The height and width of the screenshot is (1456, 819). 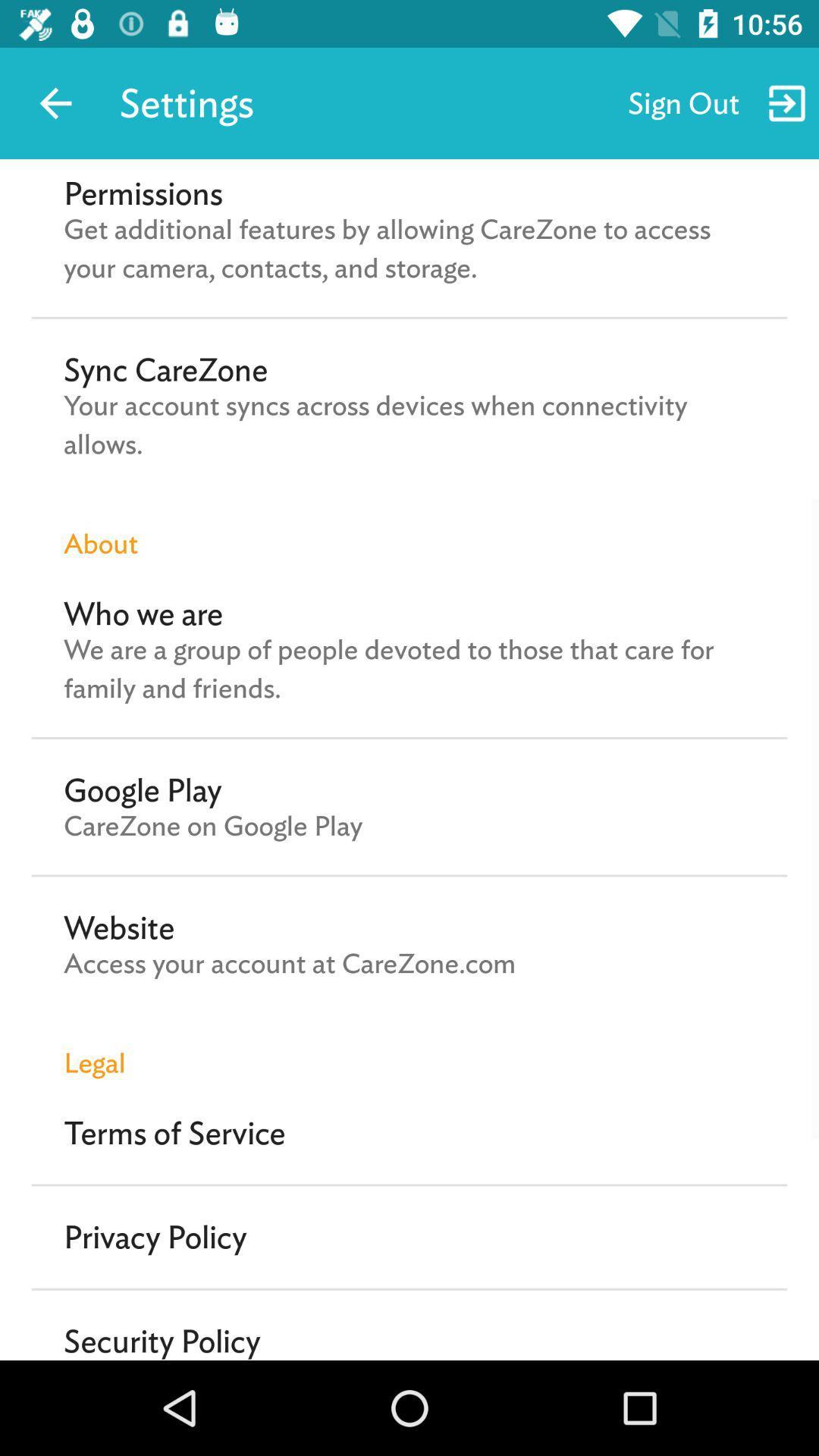 I want to click on go back, so click(x=55, y=102).